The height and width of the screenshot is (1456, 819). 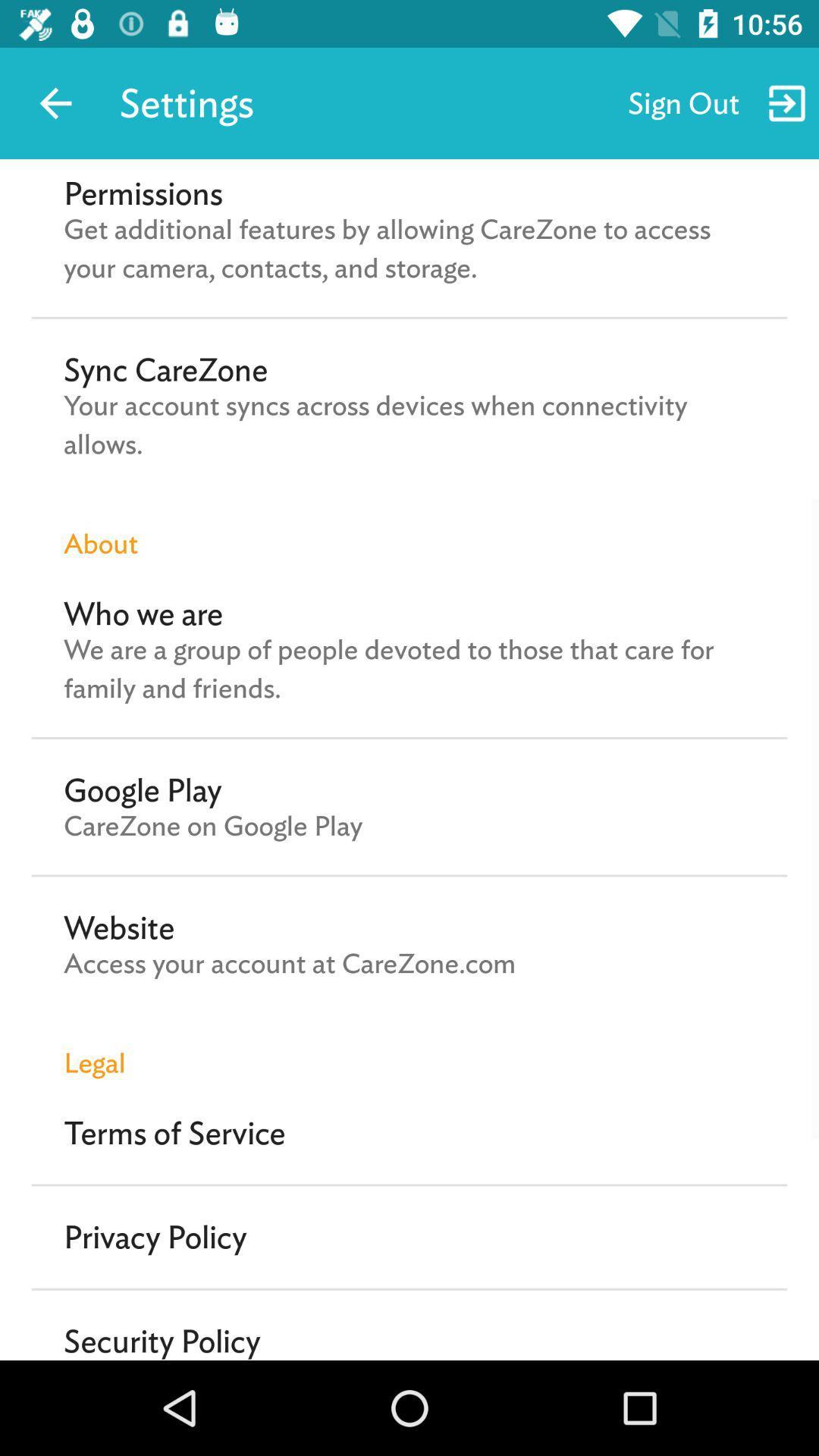 I want to click on go back, so click(x=55, y=102).